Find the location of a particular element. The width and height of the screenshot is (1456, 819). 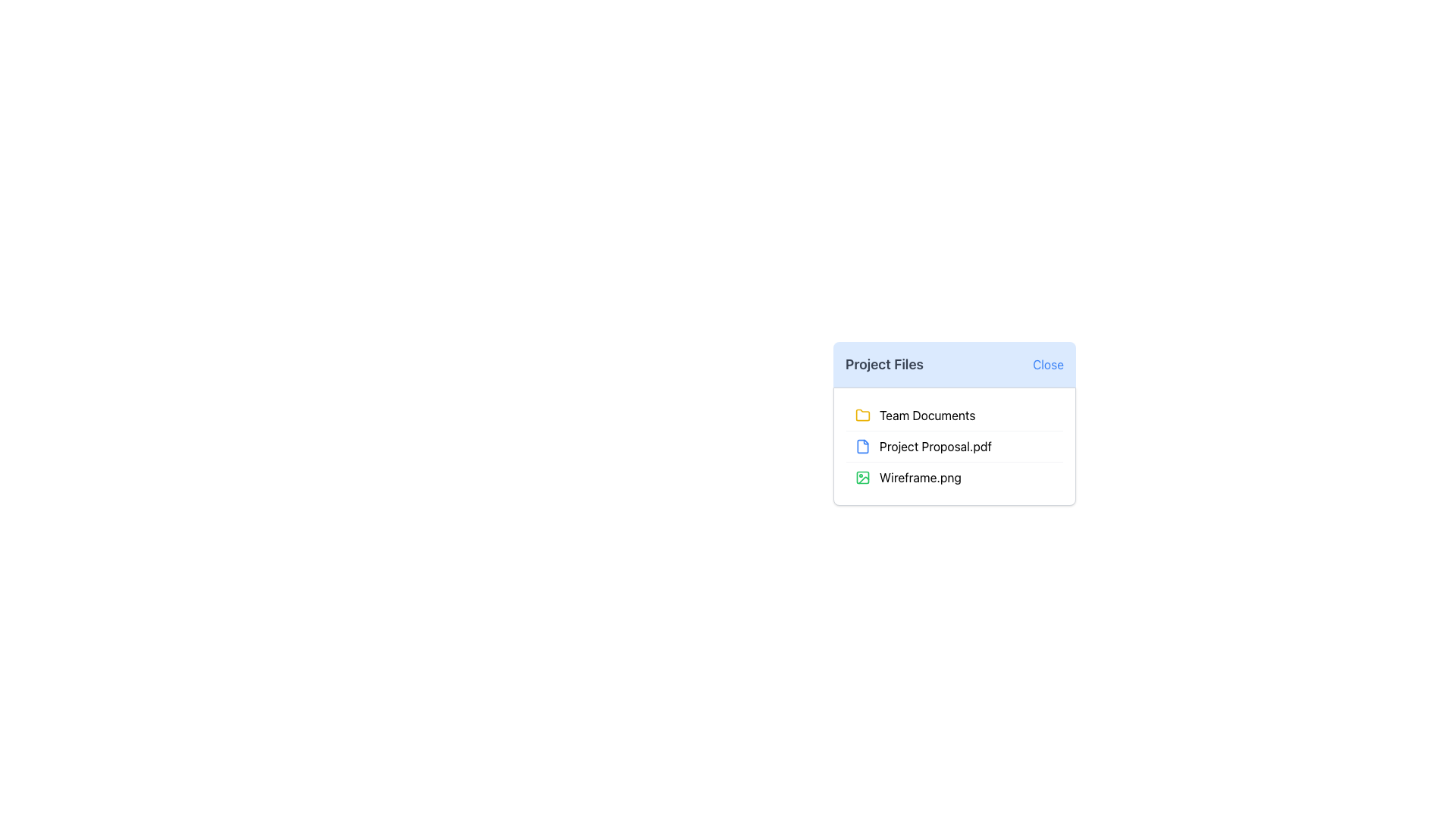

the PDF file icon located to the left of 'Project Proposal.pdf' in the second row under the 'Project Files' section is located at coordinates (862, 446).